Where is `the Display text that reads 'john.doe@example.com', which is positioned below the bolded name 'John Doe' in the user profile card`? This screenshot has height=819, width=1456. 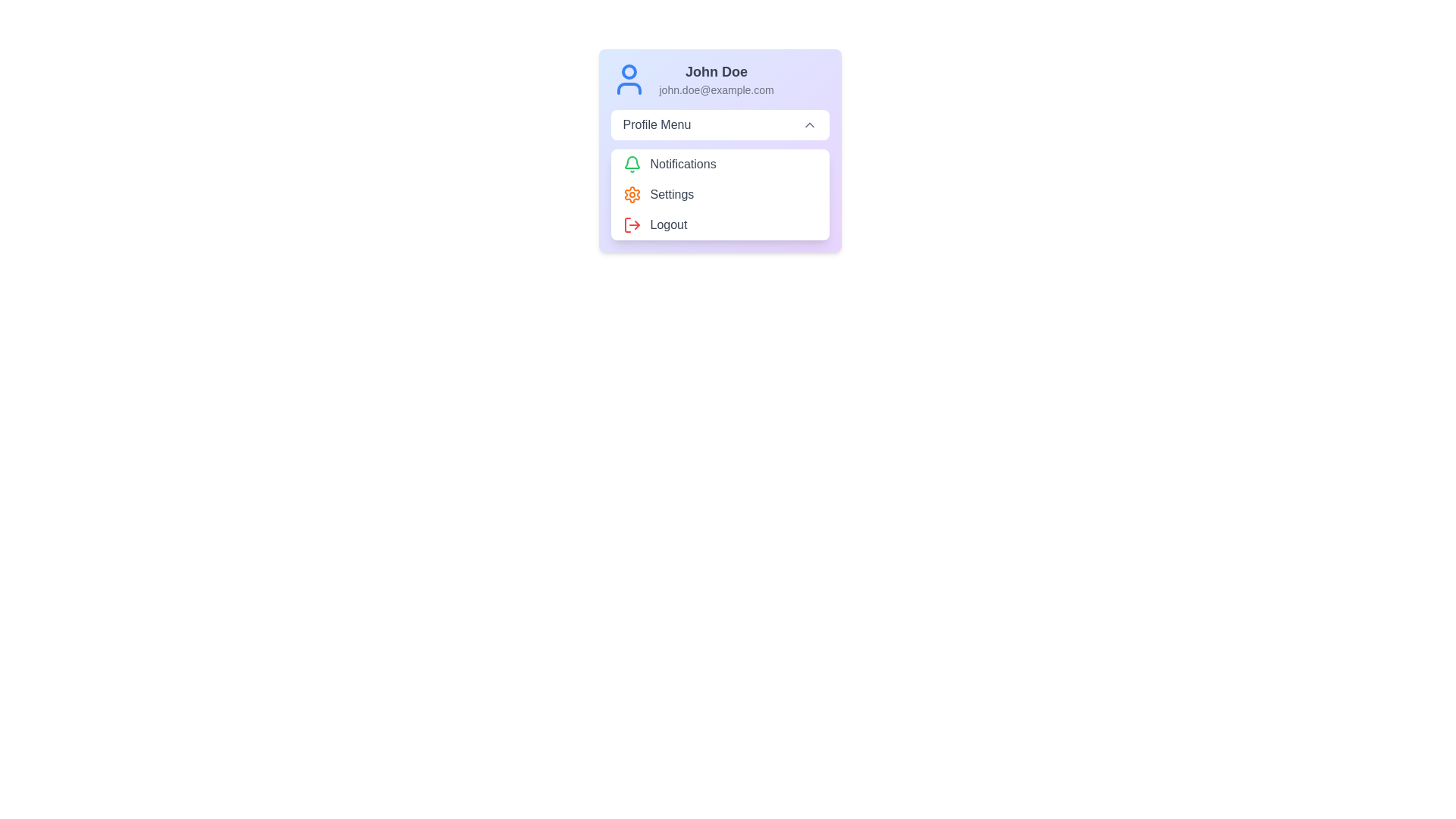
the Display text that reads 'john.doe@example.com', which is positioned below the bolded name 'John Doe' in the user profile card is located at coordinates (716, 90).